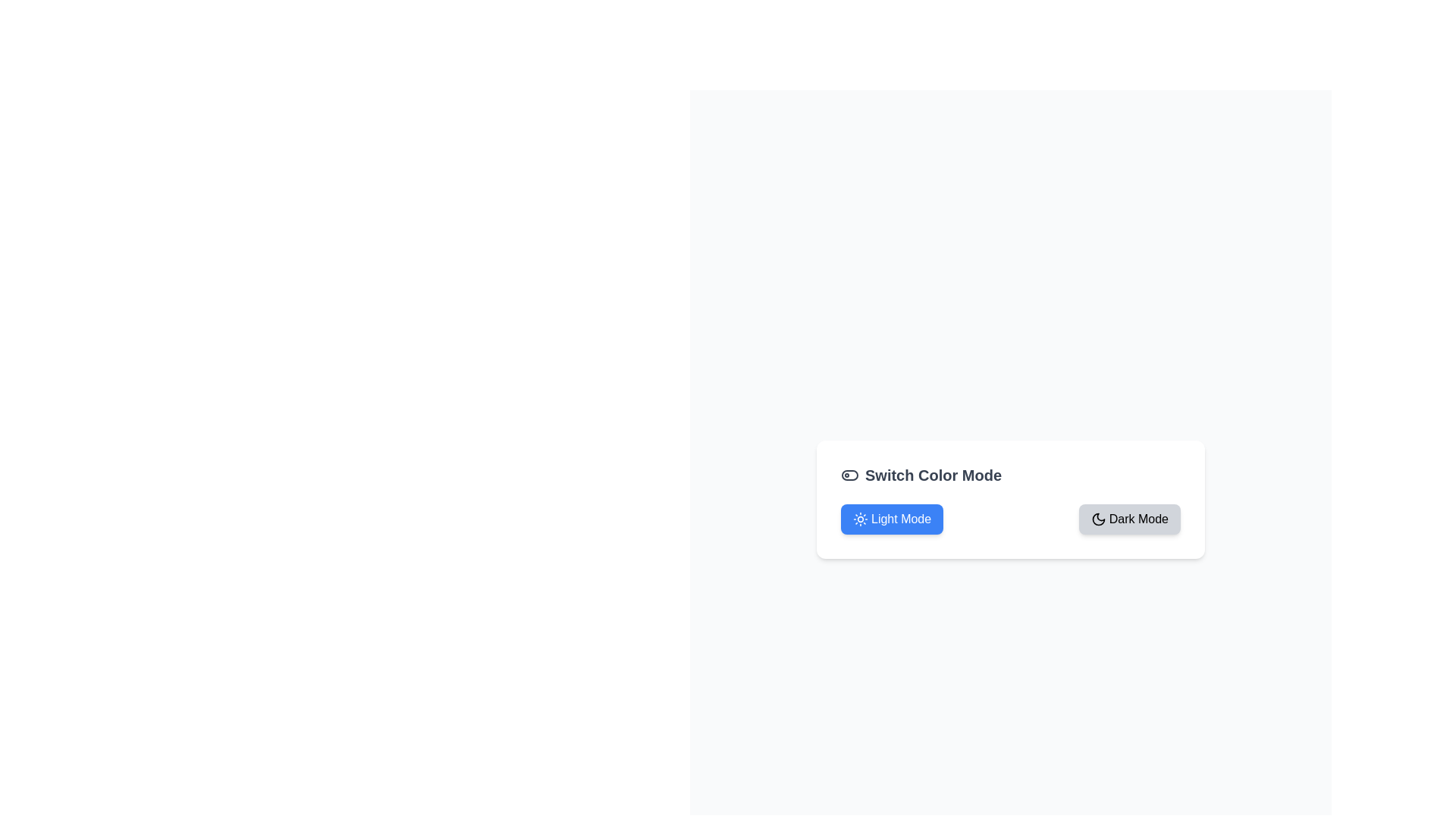  Describe the element at coordinates (860, 519) in the screenshot. I see `the sun-like icon located inside the 'Light Mode' button, which features a circular core and rays extending outward` at that location.